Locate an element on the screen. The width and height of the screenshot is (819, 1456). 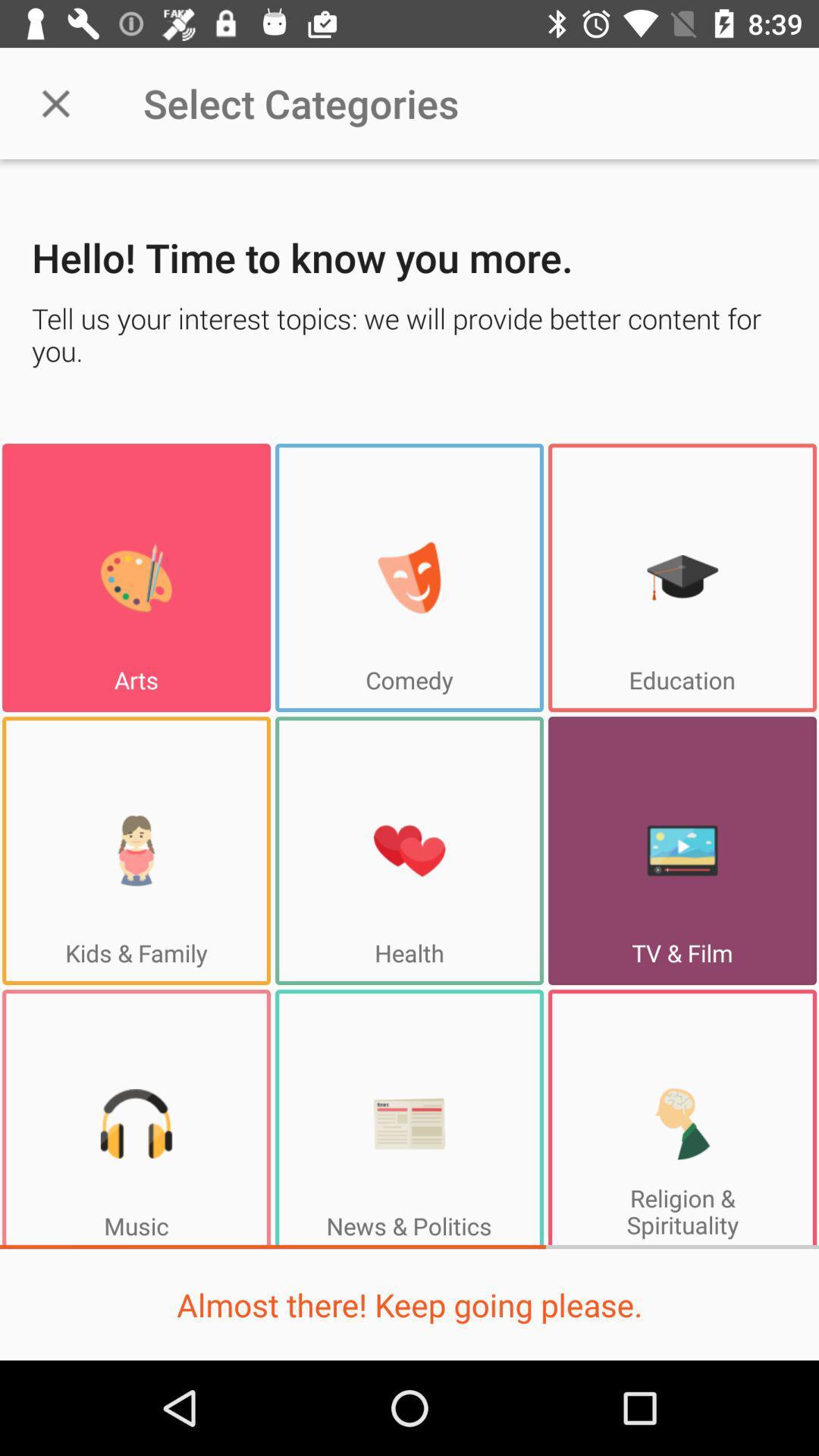
the icon next to select categories is located at coordinates (55, 102).